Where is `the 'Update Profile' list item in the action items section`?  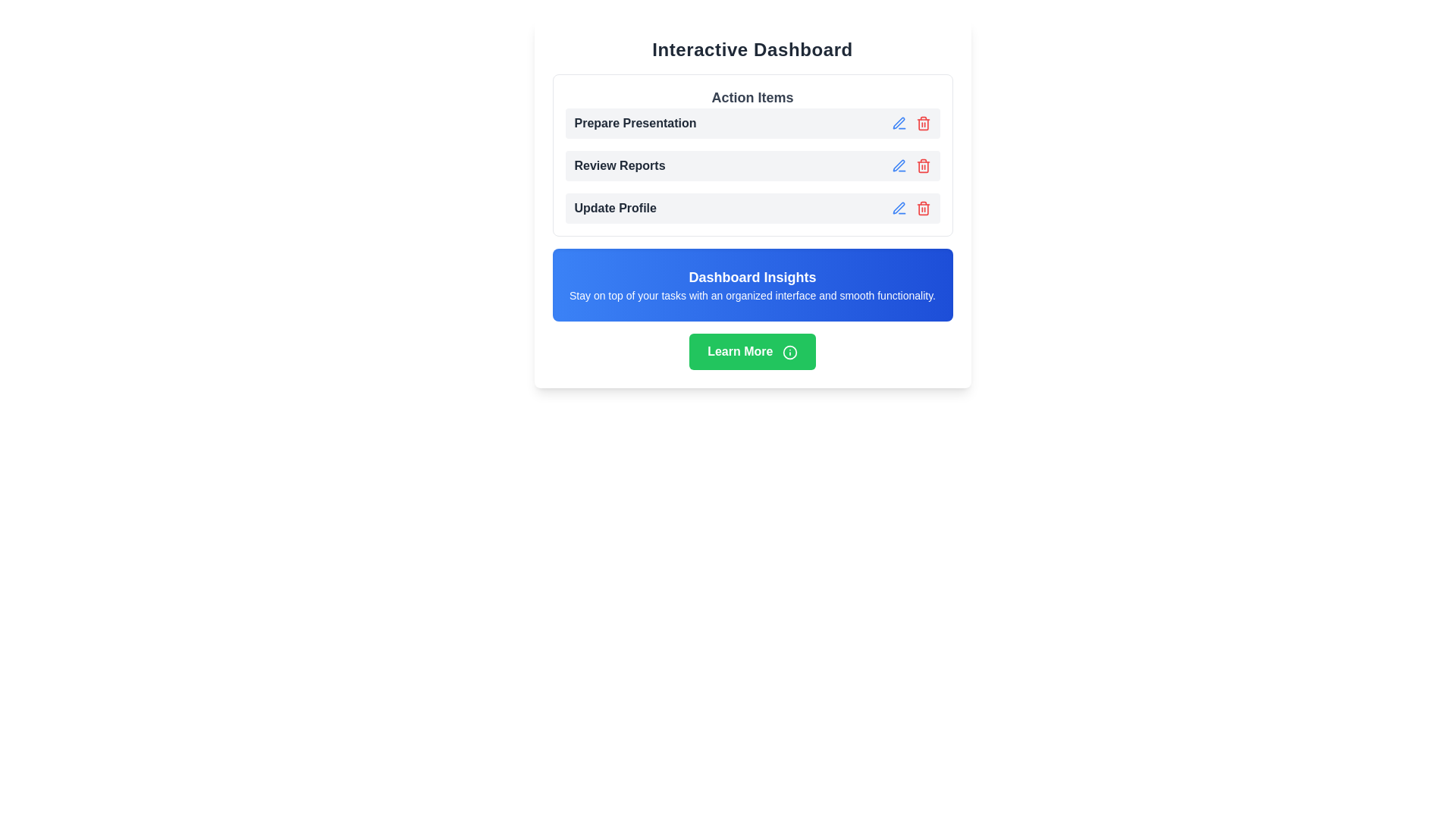 the 'Update Profile' list item in the action items section is located at coordinates (752, 208).